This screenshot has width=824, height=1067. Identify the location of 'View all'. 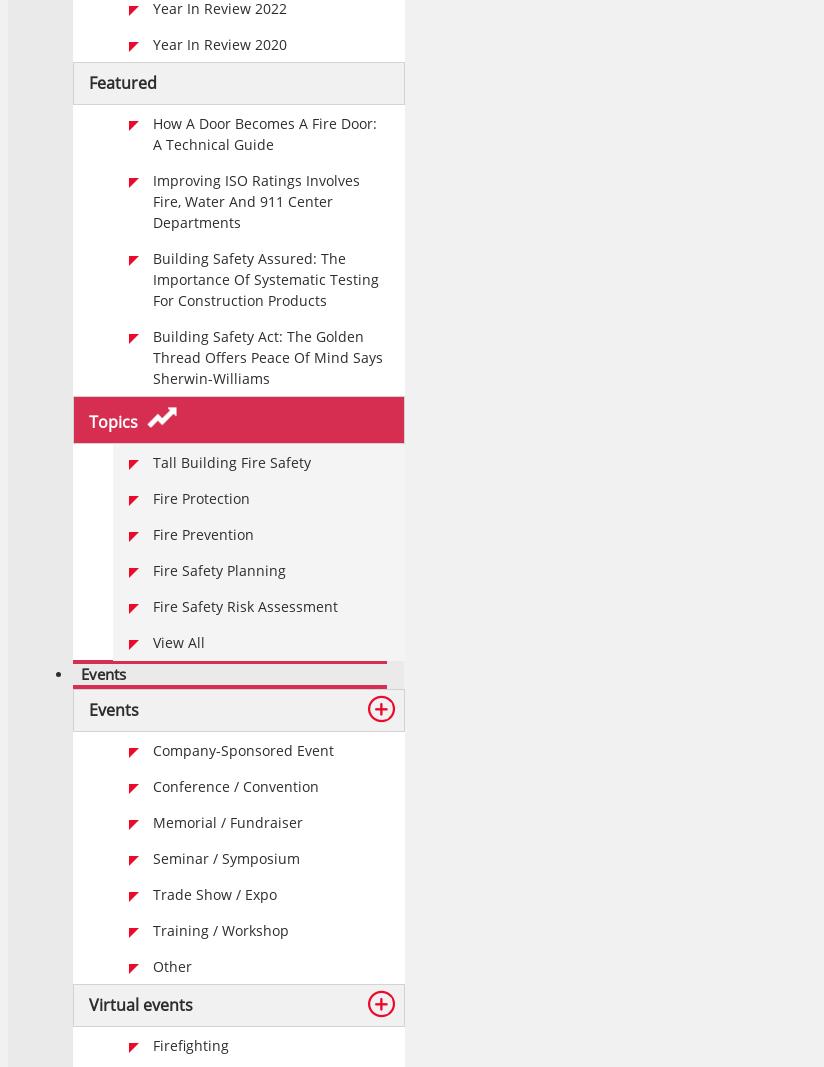
(178, 642).